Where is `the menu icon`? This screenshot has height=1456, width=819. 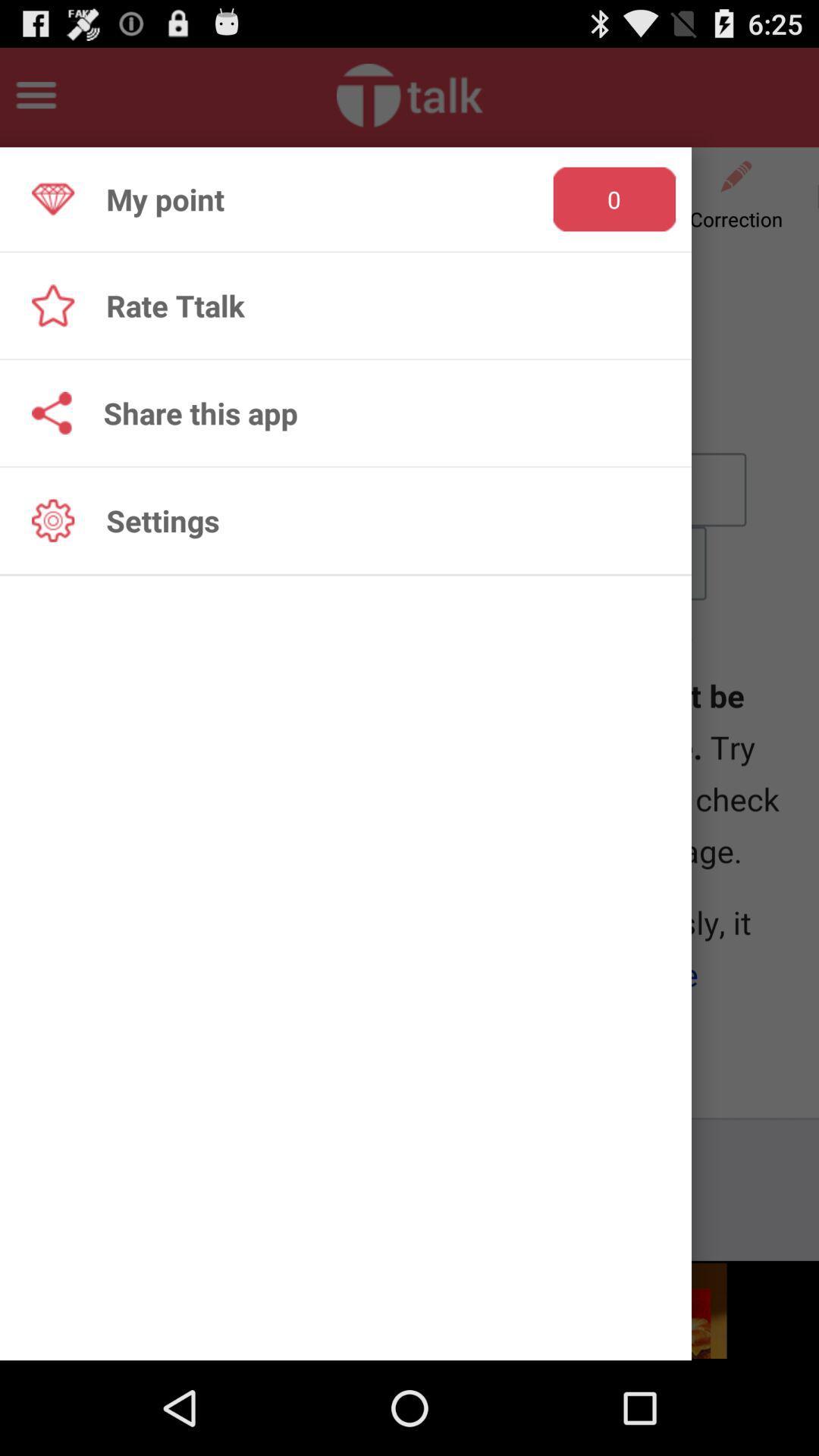
the menu icon is located at coordinates (35, 101).